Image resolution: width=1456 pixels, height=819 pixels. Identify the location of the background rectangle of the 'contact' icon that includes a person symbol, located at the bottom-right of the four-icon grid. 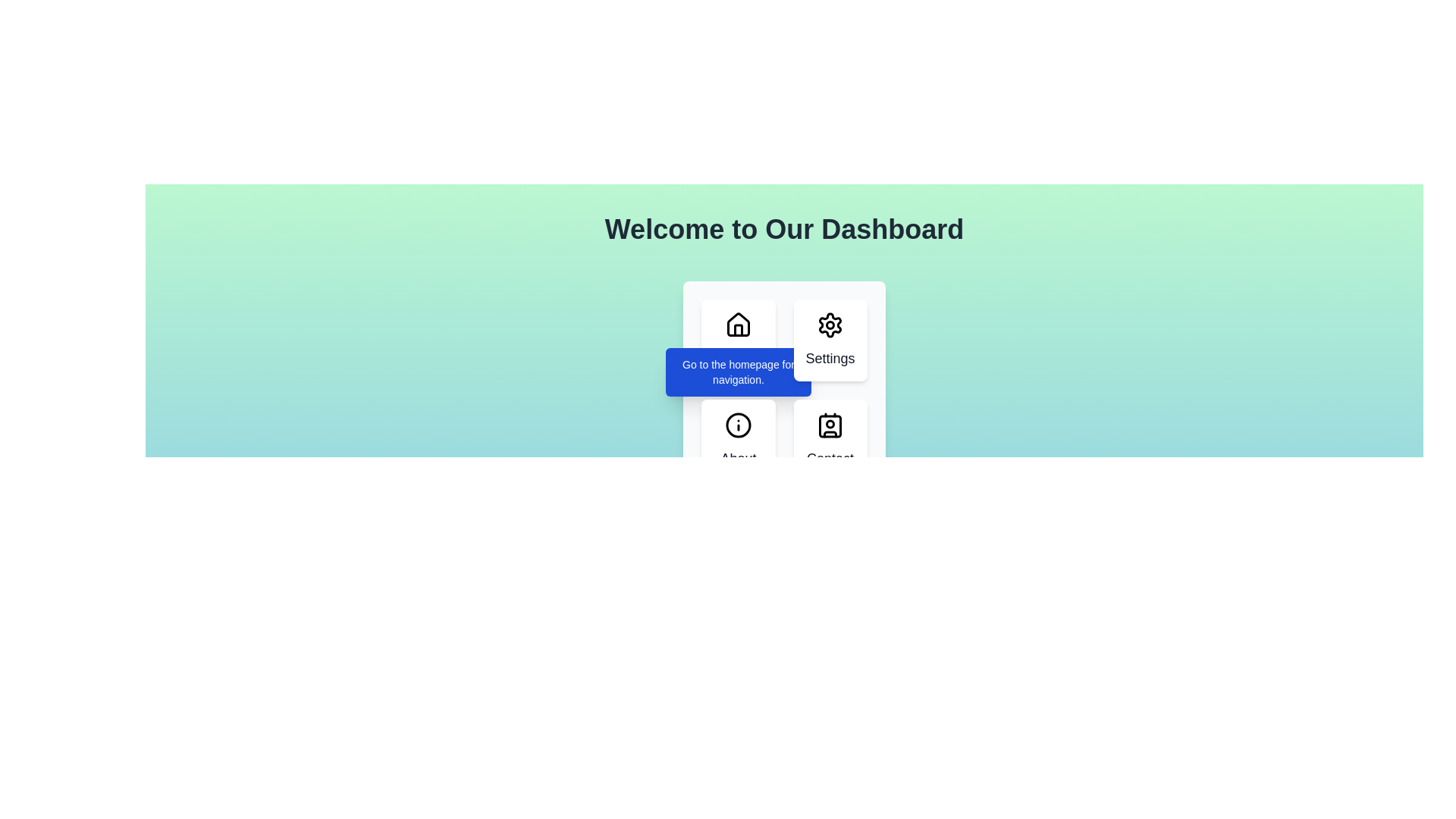
(829, 426).